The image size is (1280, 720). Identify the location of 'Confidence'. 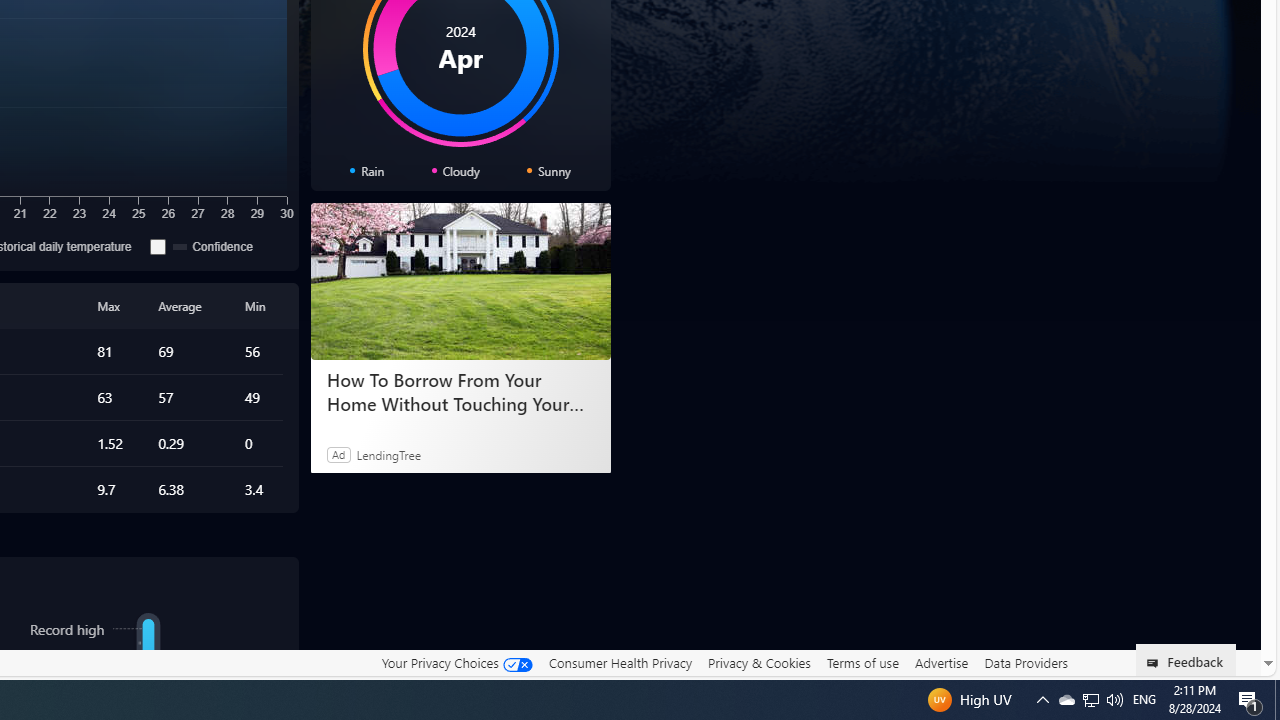
(157, 245).